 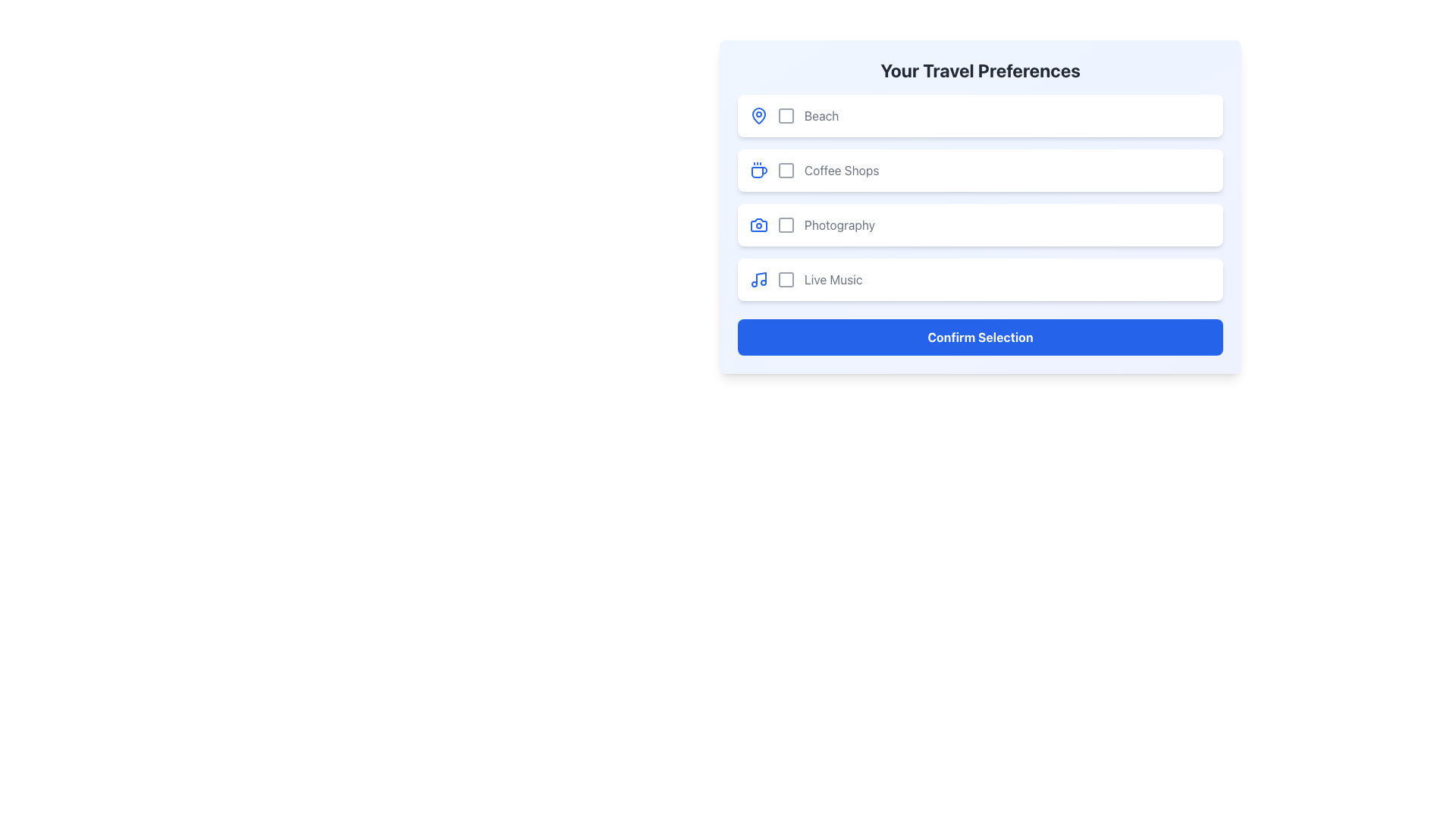 What do you see at coordinates (786, 115) in the screenshot?
I see `the gray square icon located to the left of the text 'Beach' in the selectable preference option block` at bounding box center [786, 115].